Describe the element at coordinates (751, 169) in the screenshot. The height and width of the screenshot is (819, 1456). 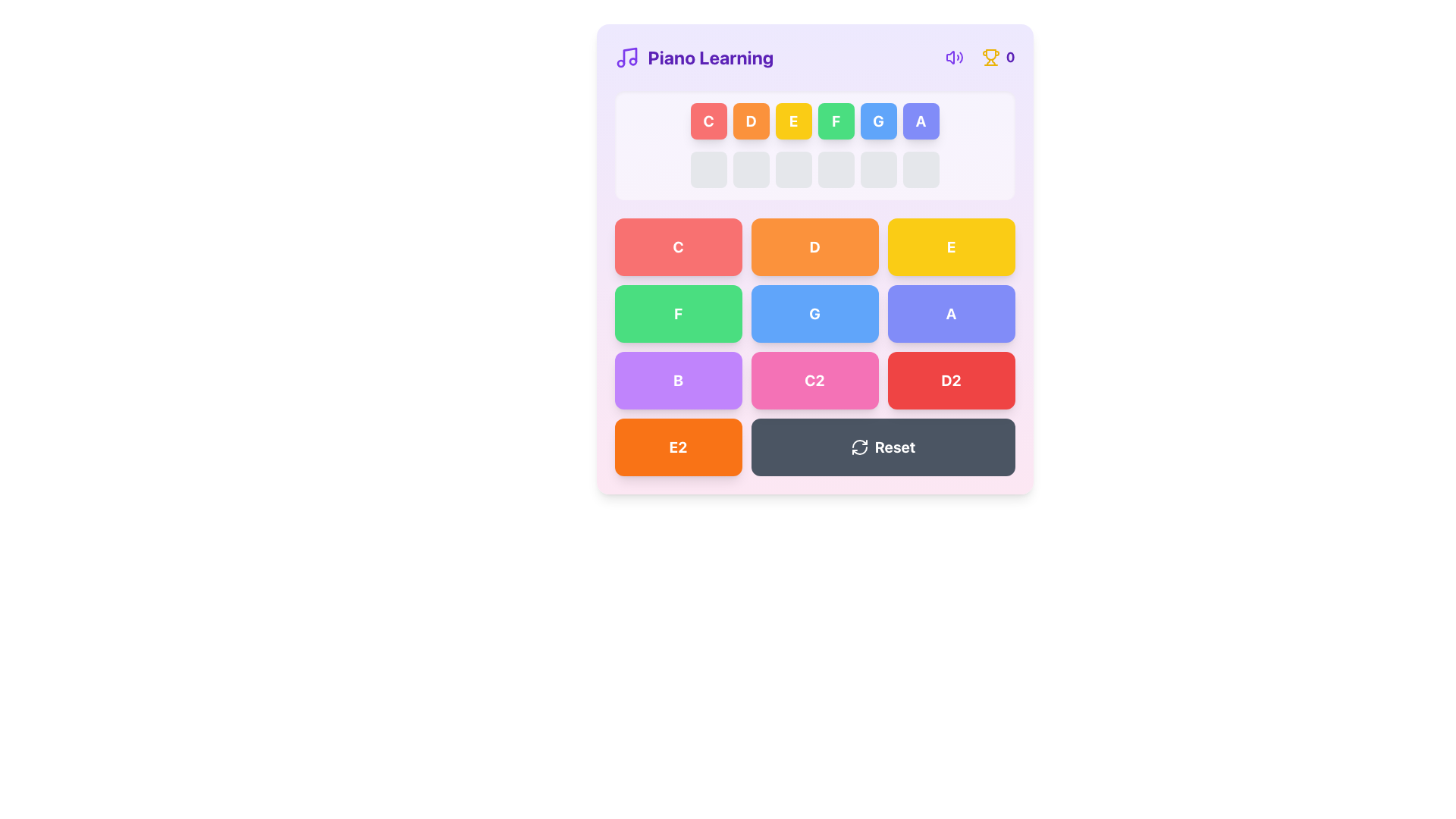
I see `the second inactive or placeholder button in a horizontal row of six squares, located centrally at the top section of the interface` at that location.